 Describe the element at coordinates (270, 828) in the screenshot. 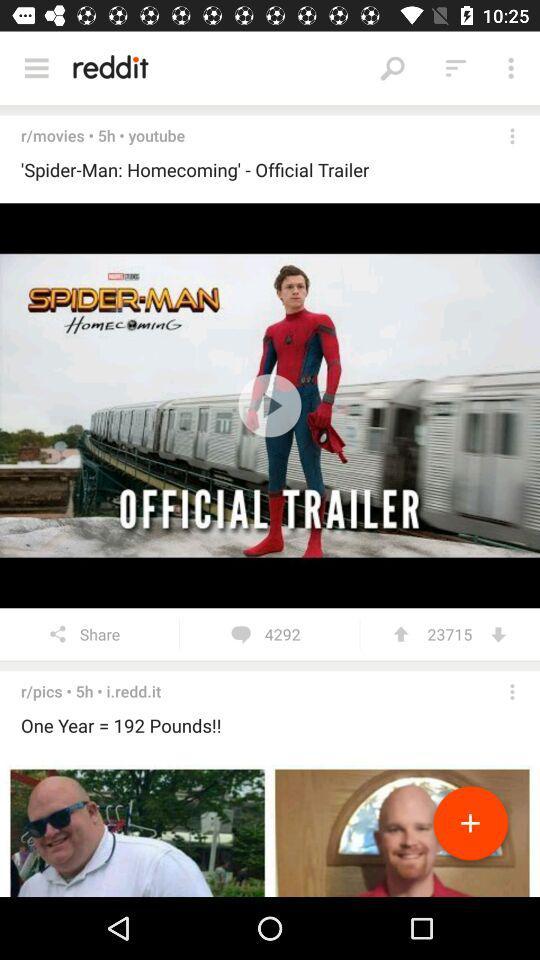

I see `advertisement banner` at that location.